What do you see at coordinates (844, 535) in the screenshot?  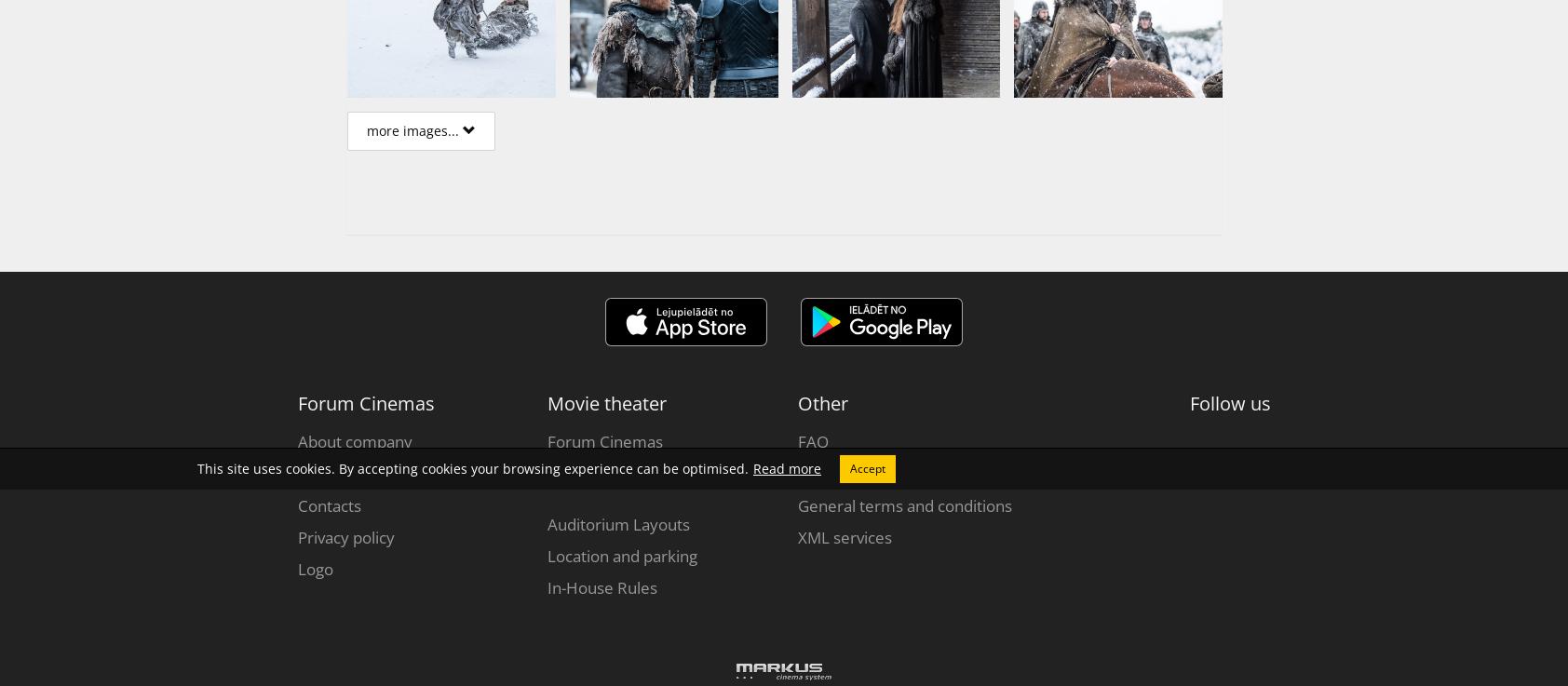 I see `'XML services'` at bounding box center [844, 535].